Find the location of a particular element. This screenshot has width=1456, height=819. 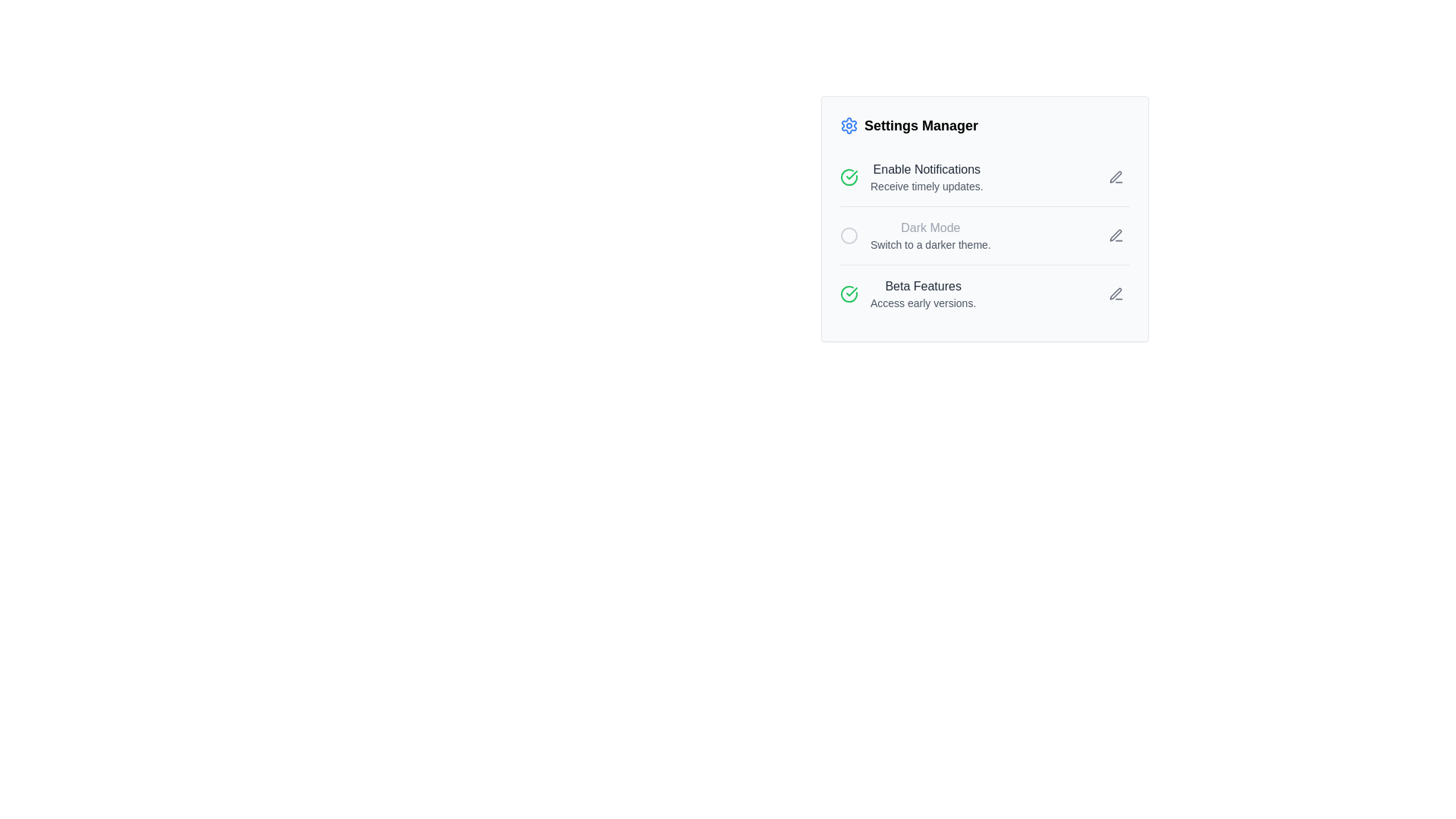

the Icon button for editing the 'Dark Mode' setting, which is located to the right of the 'Dark Mode' text is located at coordinates (1116, 236).